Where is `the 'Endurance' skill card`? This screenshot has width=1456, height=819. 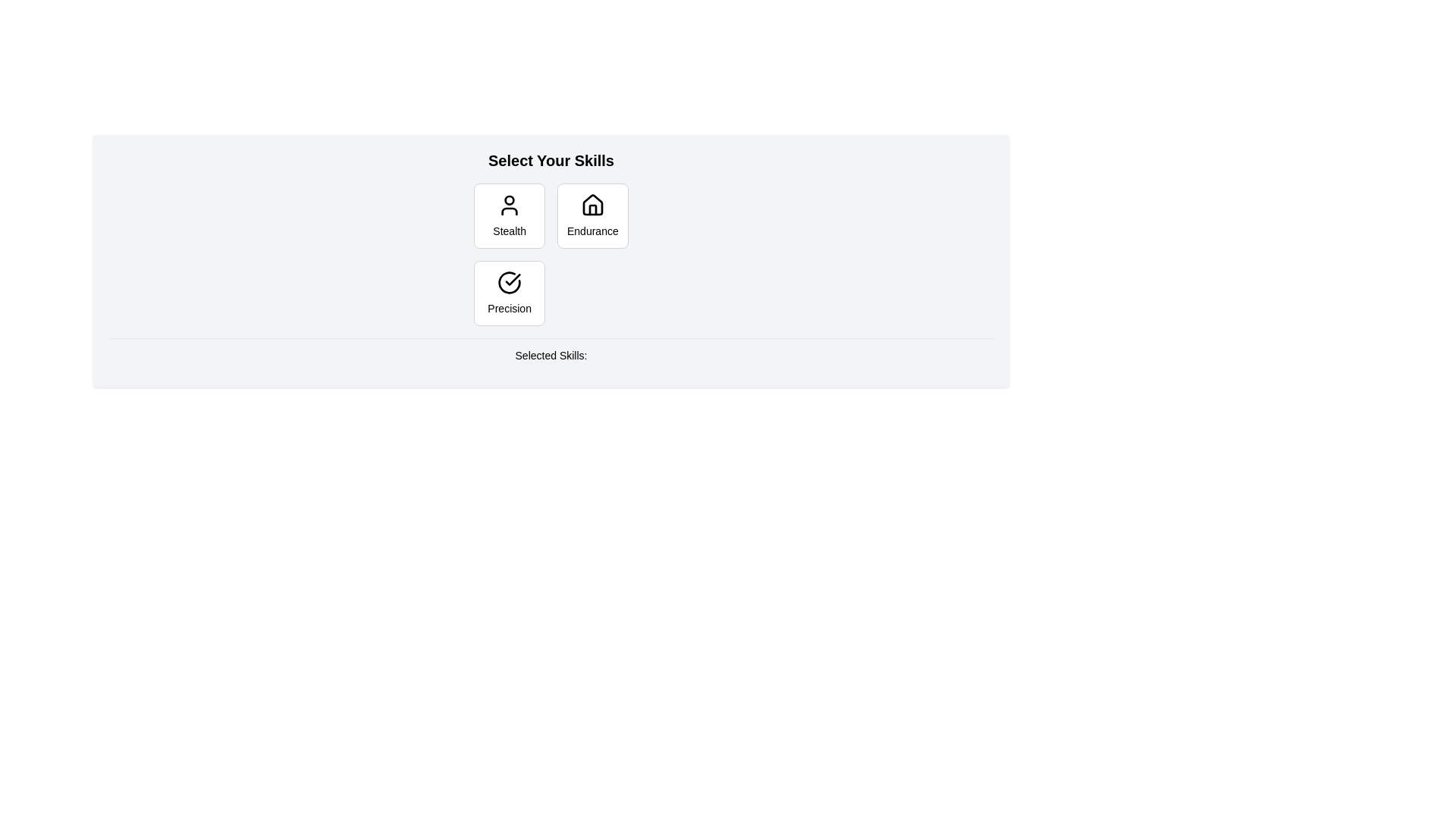
the 'Endurance' skill card is located at coordinates (591, 216).